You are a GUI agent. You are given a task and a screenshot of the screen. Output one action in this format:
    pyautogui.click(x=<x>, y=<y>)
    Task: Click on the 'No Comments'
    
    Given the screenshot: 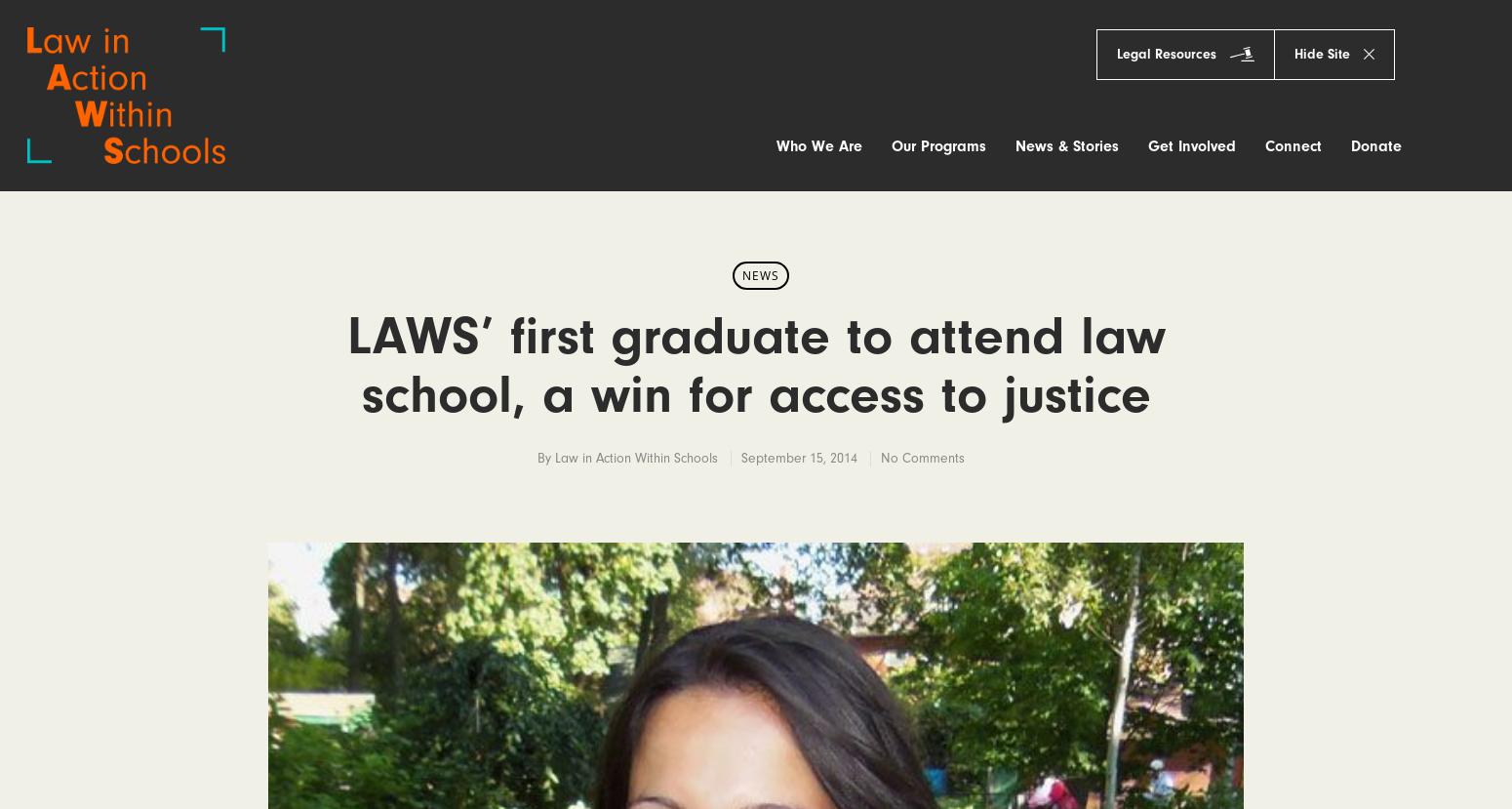 What is the action you would take?
    pyautogui.click(x=921, y=458)
    